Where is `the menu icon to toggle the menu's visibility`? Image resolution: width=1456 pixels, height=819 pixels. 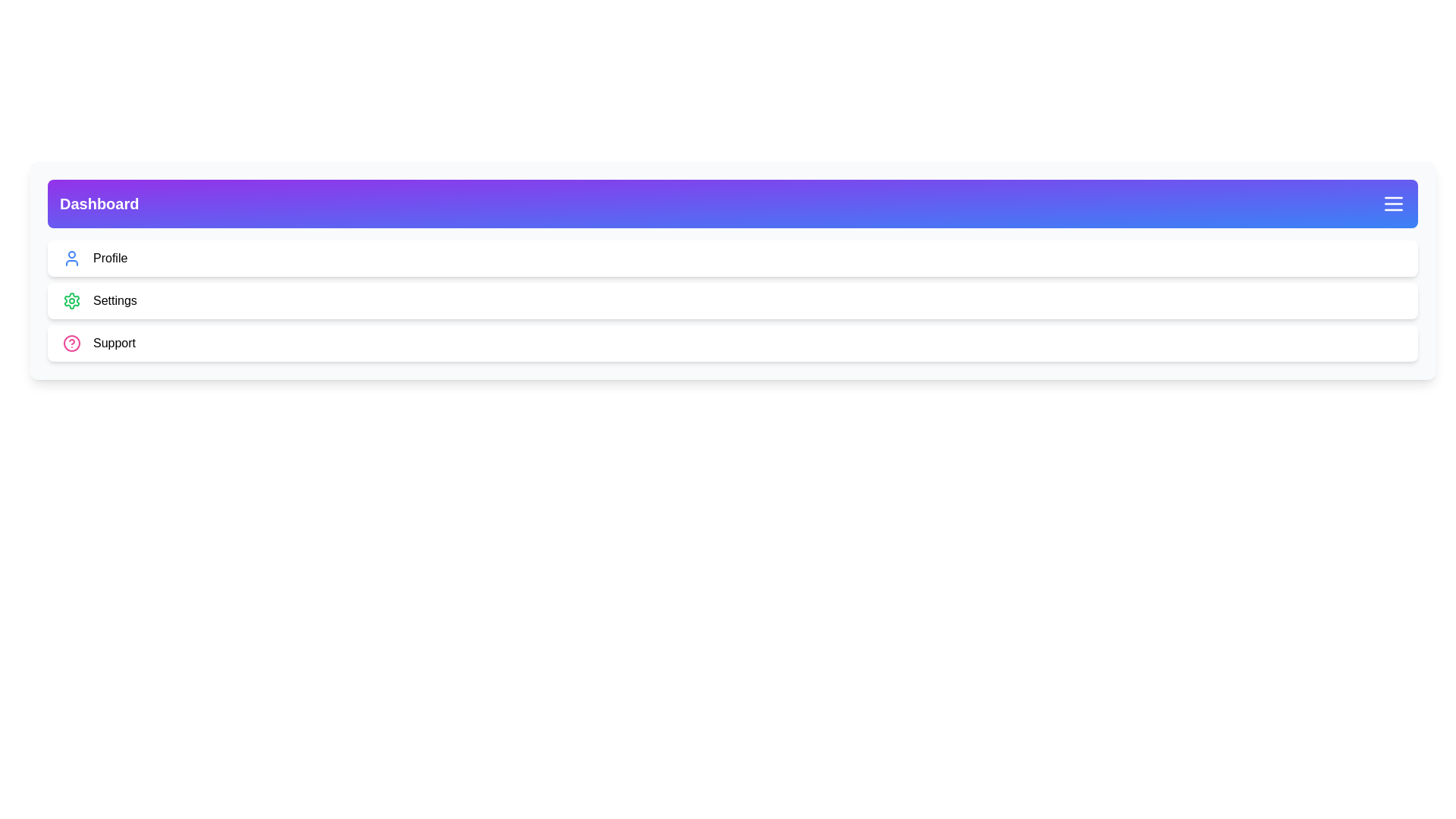
the menu icon to toggle the menu's visibility is located at coordinates (1394, 203).